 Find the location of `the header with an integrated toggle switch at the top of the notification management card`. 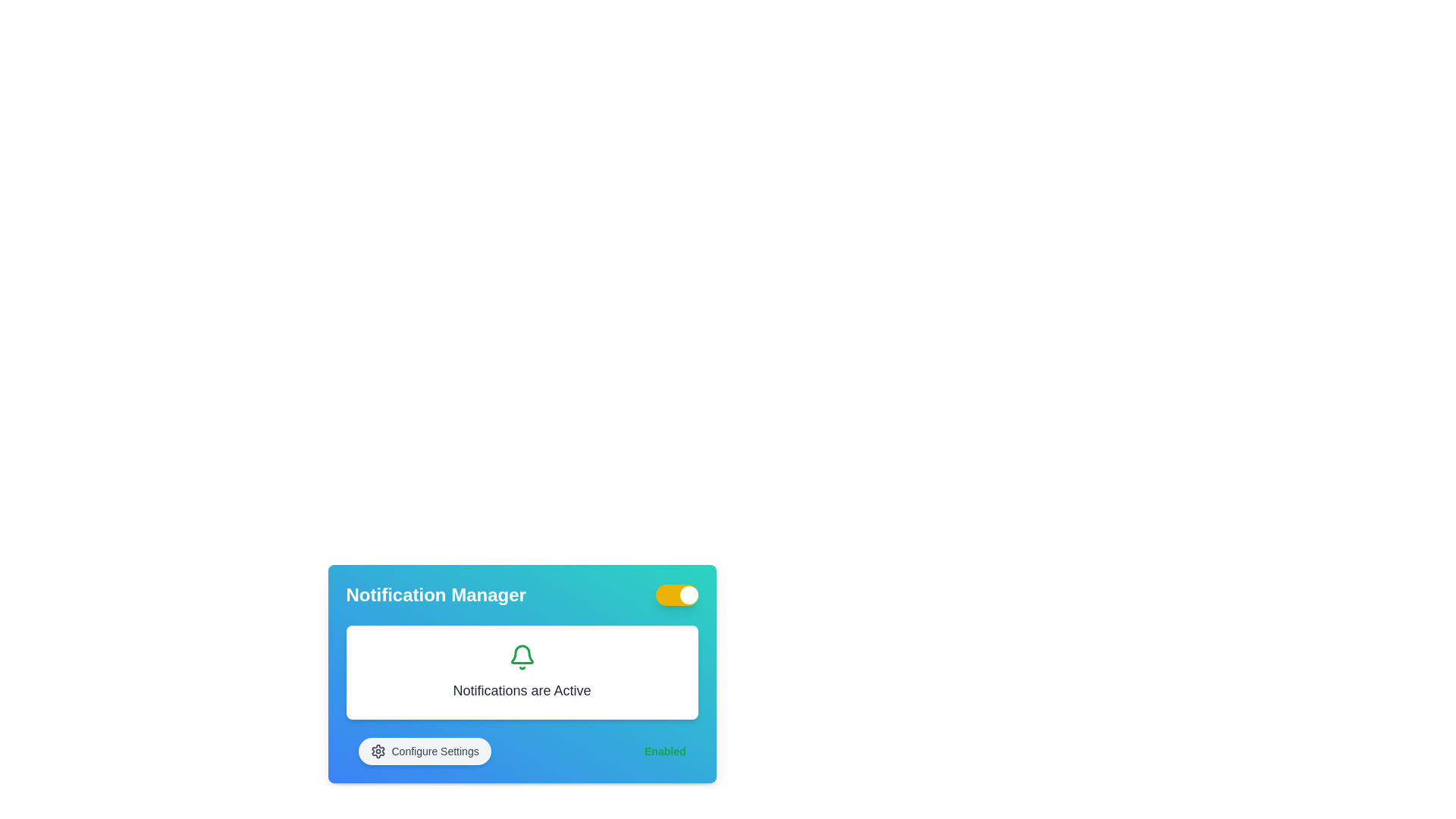

the header with an integrated toggle switch at the top of the notification management card is located at coordinates (522, 595).